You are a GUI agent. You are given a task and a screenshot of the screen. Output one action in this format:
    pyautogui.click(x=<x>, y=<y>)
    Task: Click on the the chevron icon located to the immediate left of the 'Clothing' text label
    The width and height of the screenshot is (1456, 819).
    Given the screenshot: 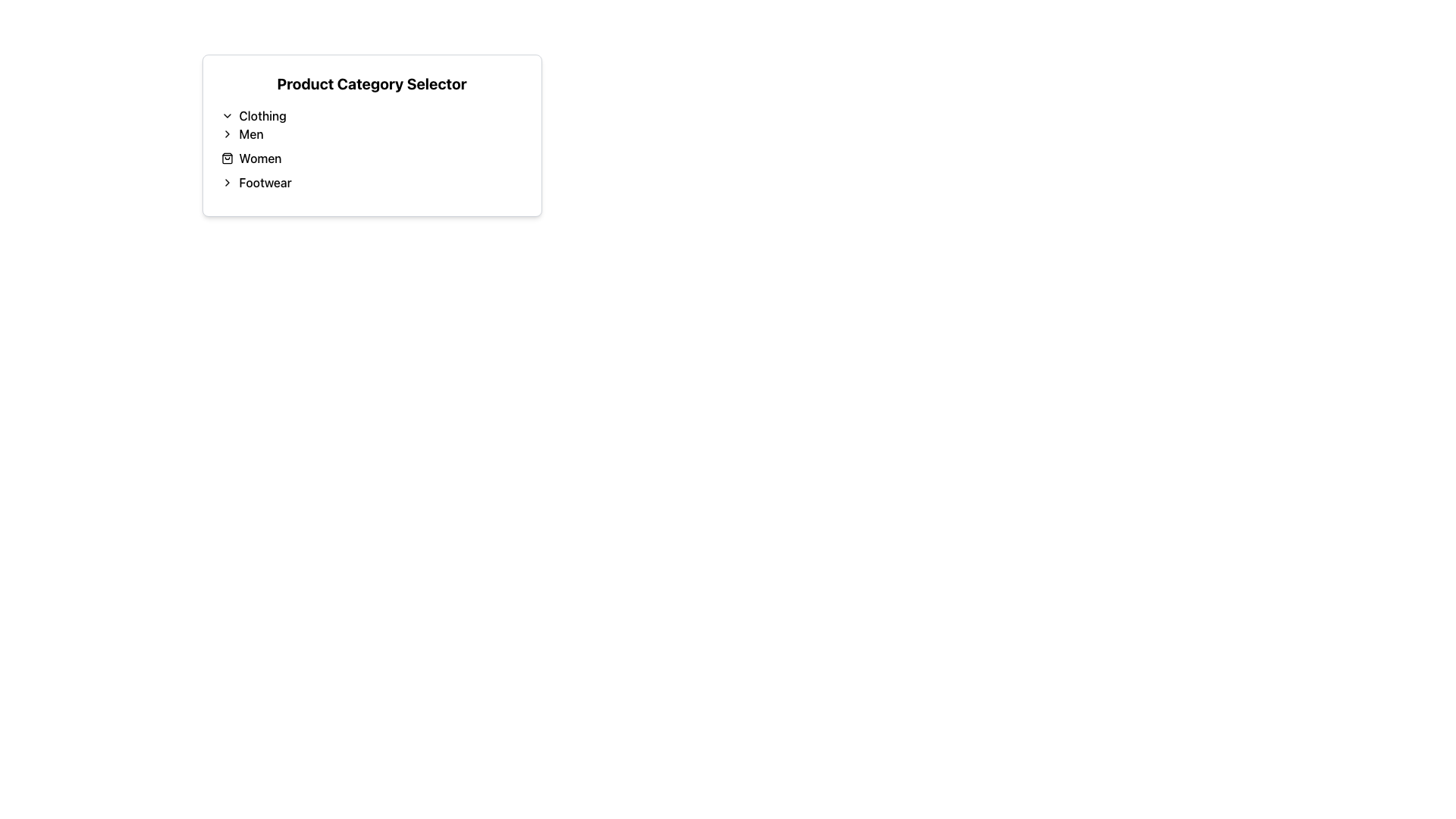 What is the action you would take?
    pyautogui.click(x=226, y=115)
    